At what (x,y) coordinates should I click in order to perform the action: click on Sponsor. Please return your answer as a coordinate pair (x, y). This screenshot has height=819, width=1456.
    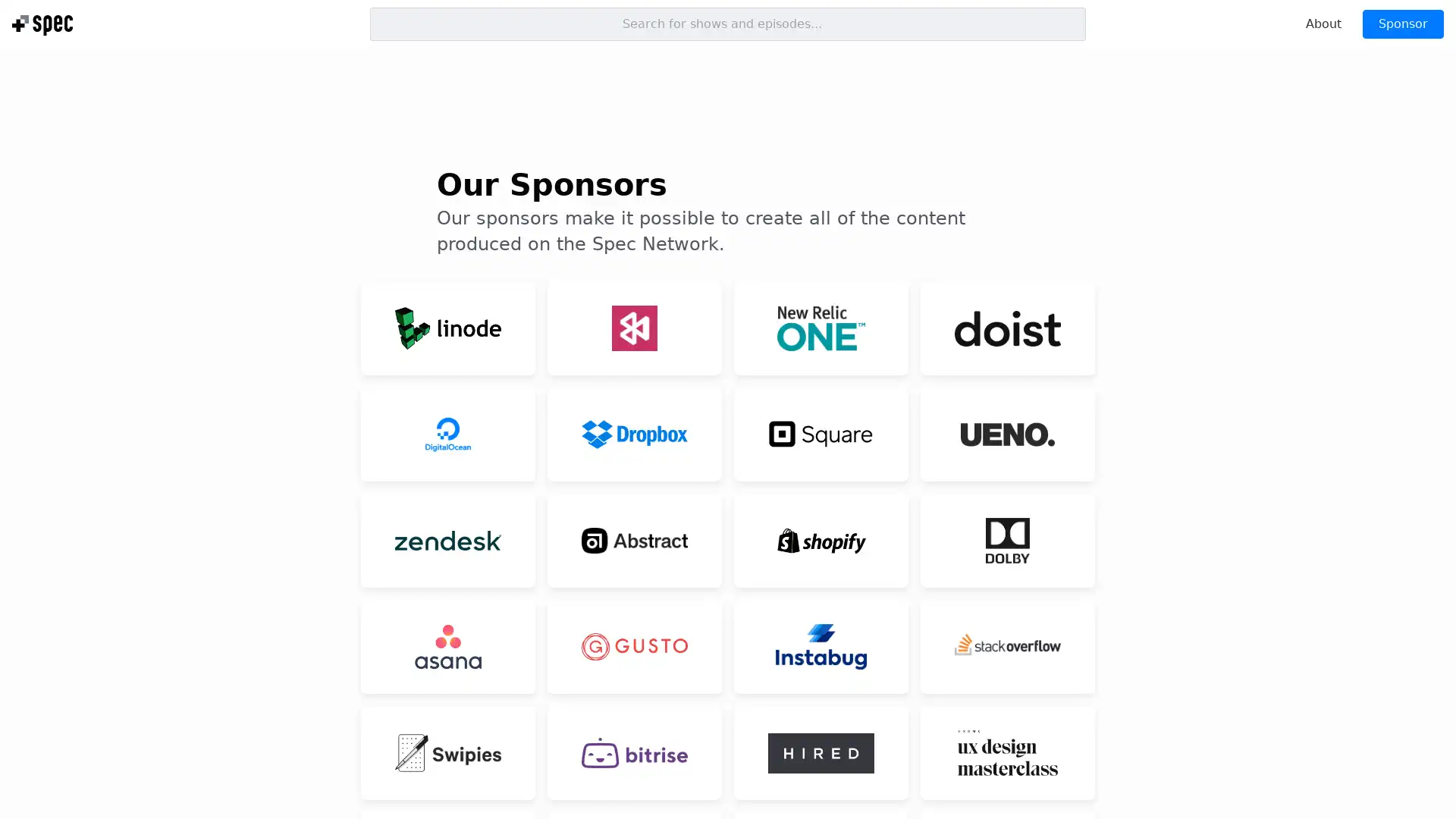
    Looking at the image, I should click on (1402, 29).